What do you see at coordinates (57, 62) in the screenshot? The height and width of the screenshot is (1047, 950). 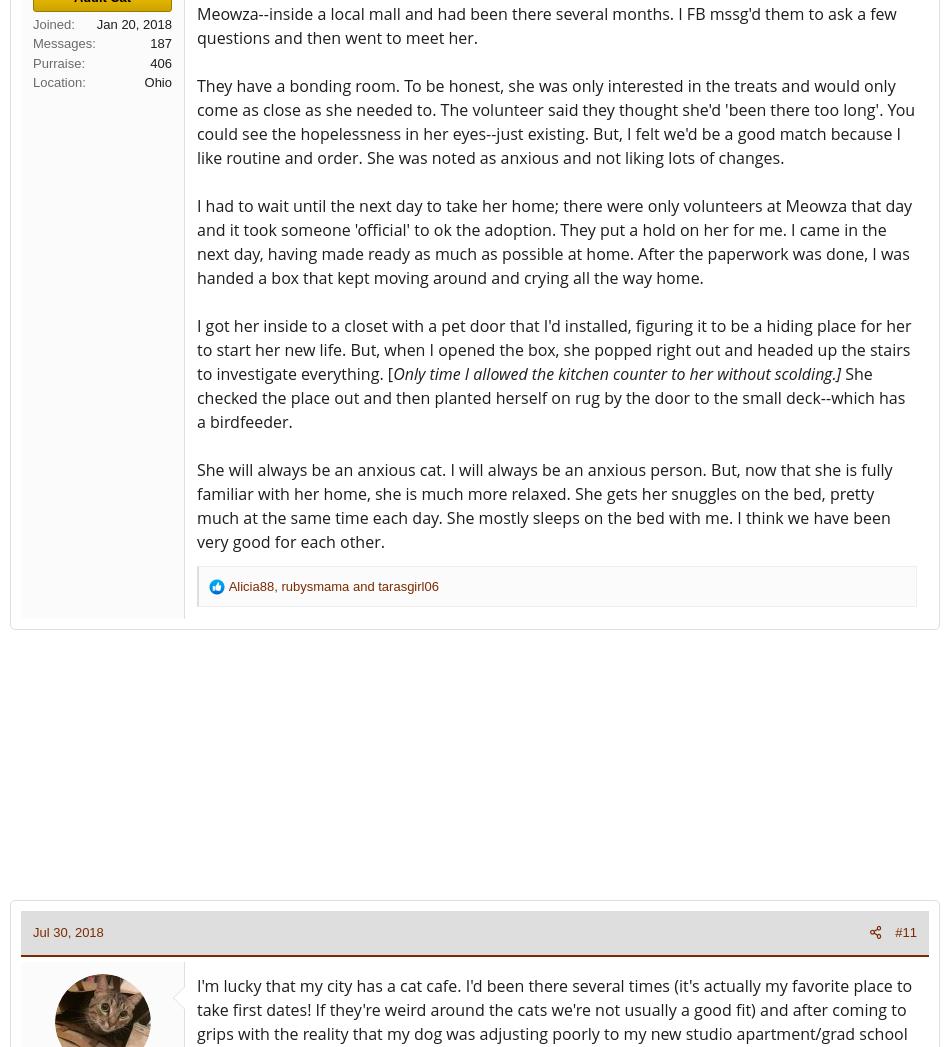 I see `'Purraise'` at bounding box center [57, 62].